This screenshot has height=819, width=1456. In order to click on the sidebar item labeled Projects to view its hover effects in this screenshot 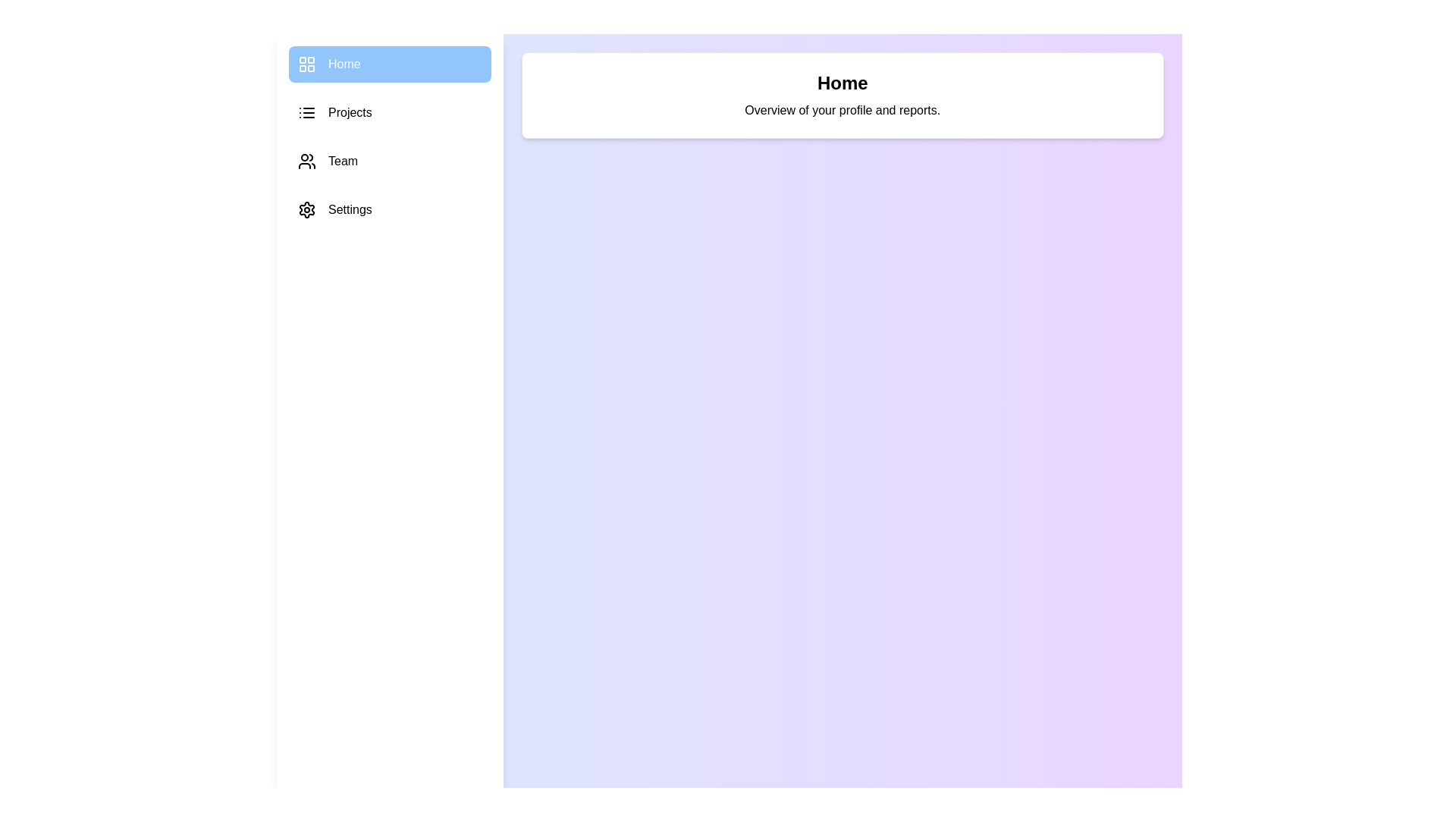, I will do `click(390, 112)`.